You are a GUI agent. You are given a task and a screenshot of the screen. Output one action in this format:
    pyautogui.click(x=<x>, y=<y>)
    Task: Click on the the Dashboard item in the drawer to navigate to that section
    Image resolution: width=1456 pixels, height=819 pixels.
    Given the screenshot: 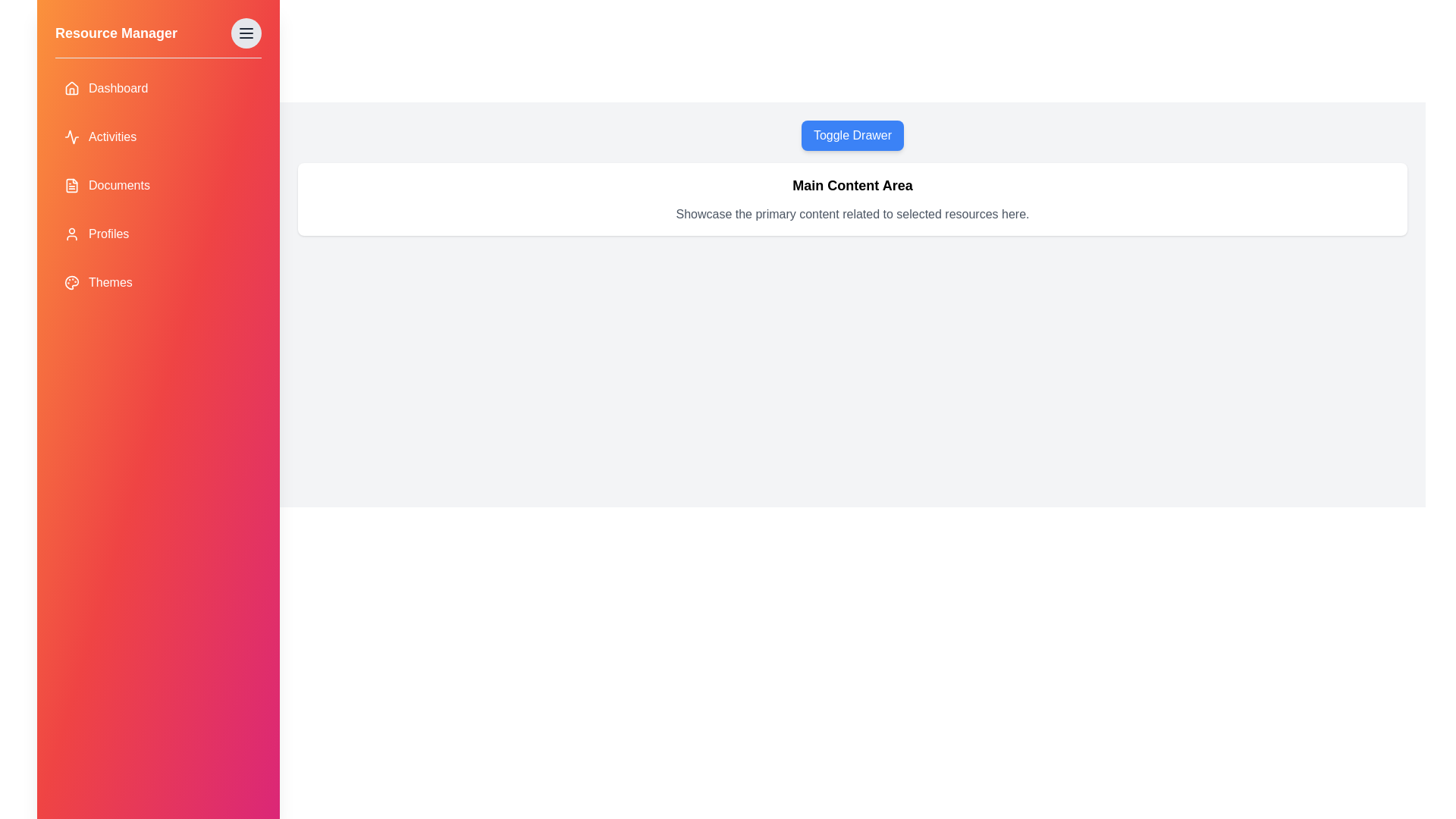 What is the action you would take?
    pyautogui.click(x=158, y=88)
    